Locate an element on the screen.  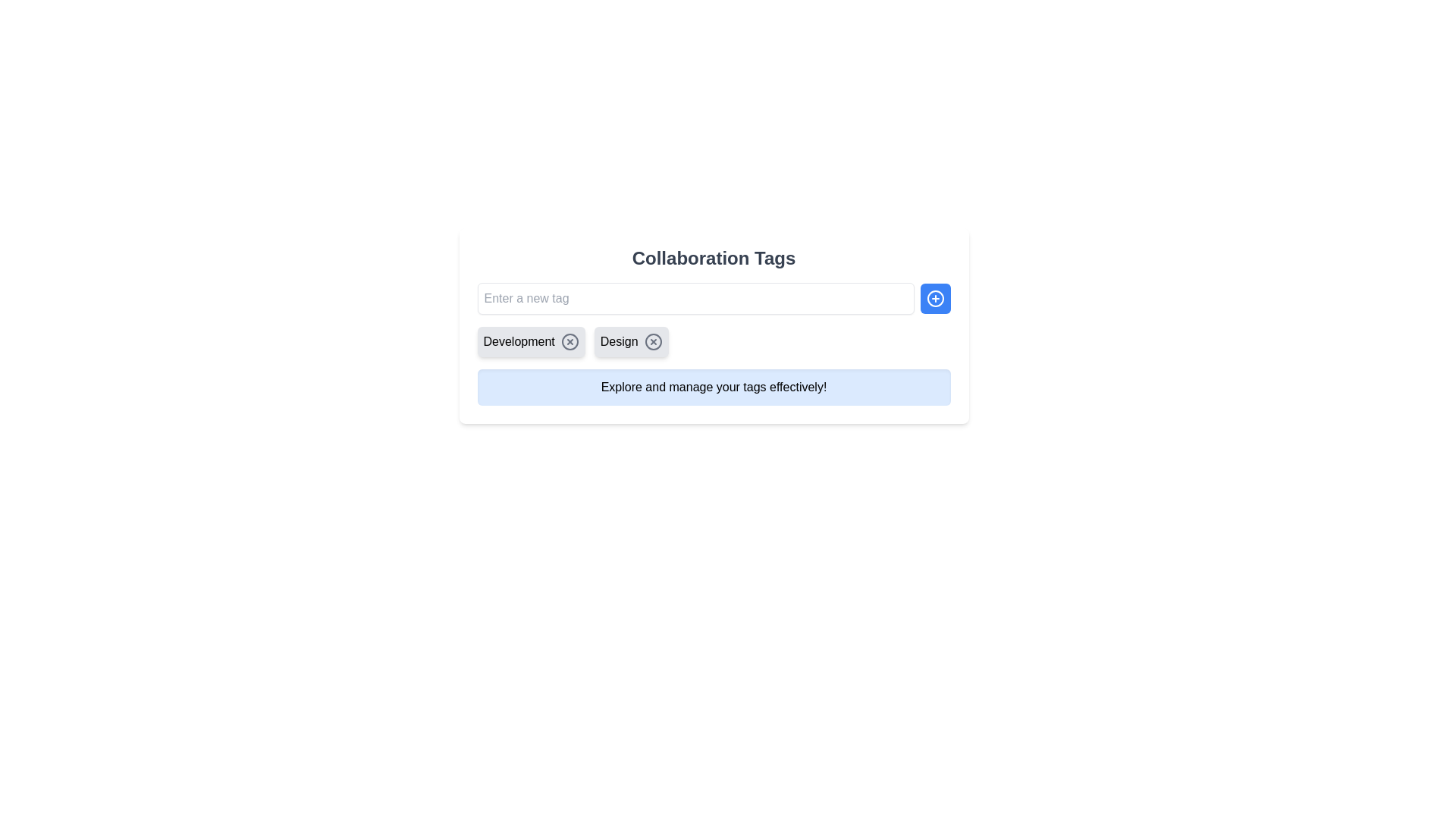
the close button icon for the 'Development' tag to change its color is located at coordinates (569, 342).